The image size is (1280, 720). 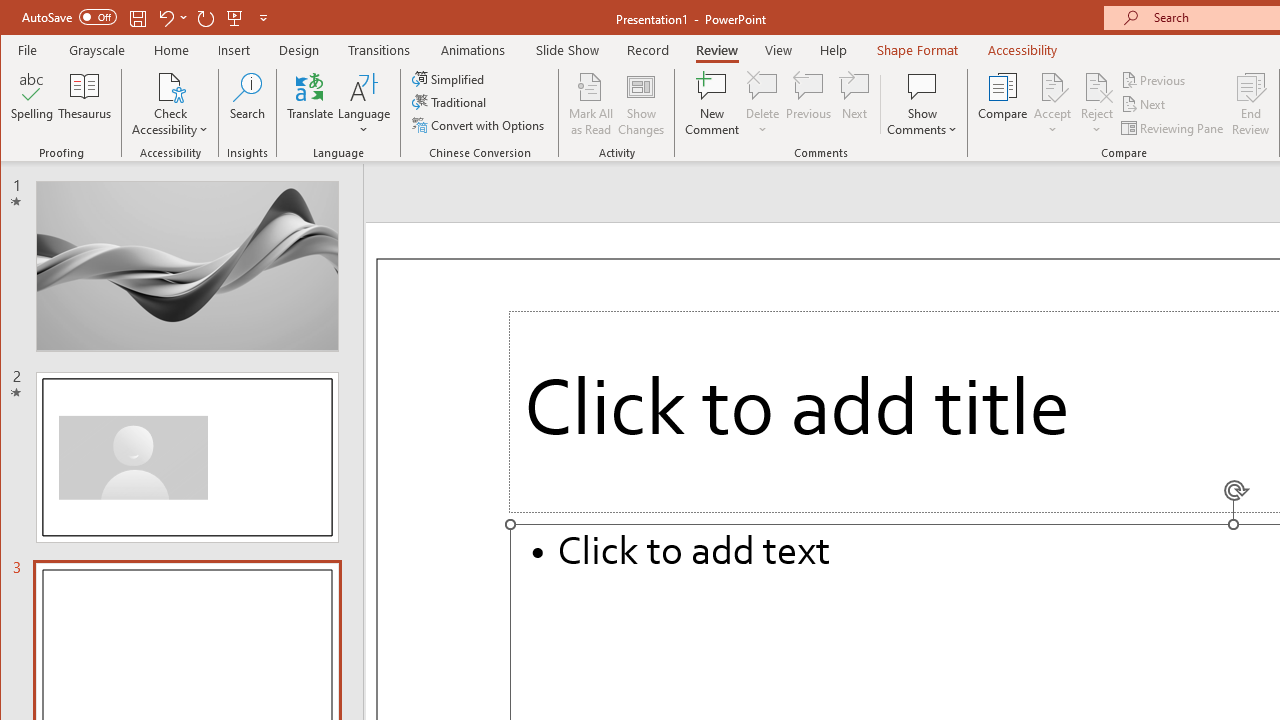 I want to click on 'Language', so click(x=364, y=104).